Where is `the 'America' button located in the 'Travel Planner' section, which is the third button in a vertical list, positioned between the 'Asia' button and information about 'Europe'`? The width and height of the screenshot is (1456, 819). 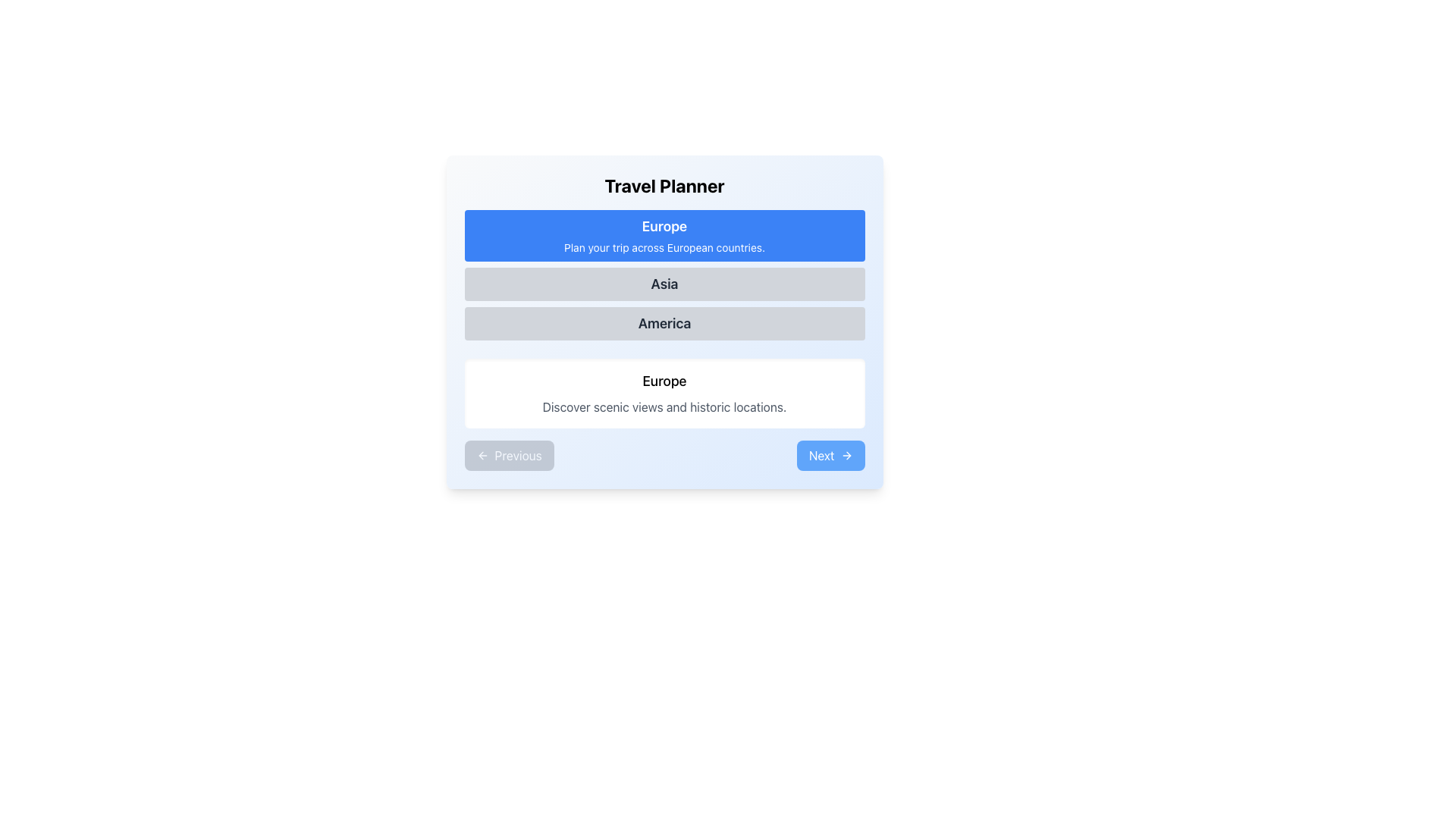 the 'America' button located in the 'Travel Planner' section, which is the third button in a vertical list, positioned between the 'Asia' button and information about 'Europe' is located at coordinates (664, 323).